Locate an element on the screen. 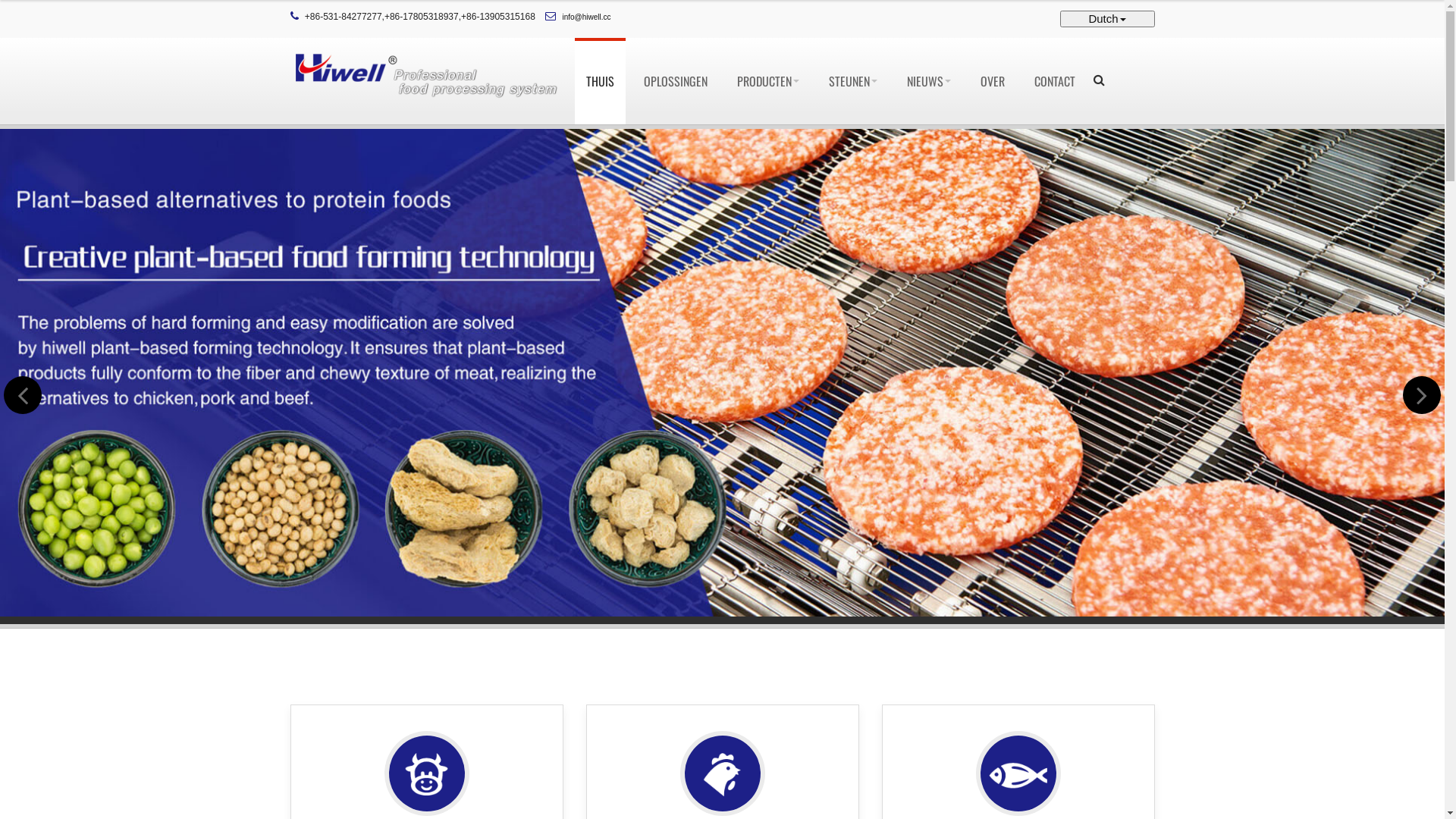 The height and width of the screenshot is (819, 1456). 'NIEUWS' is located at coordinates (927, 81).